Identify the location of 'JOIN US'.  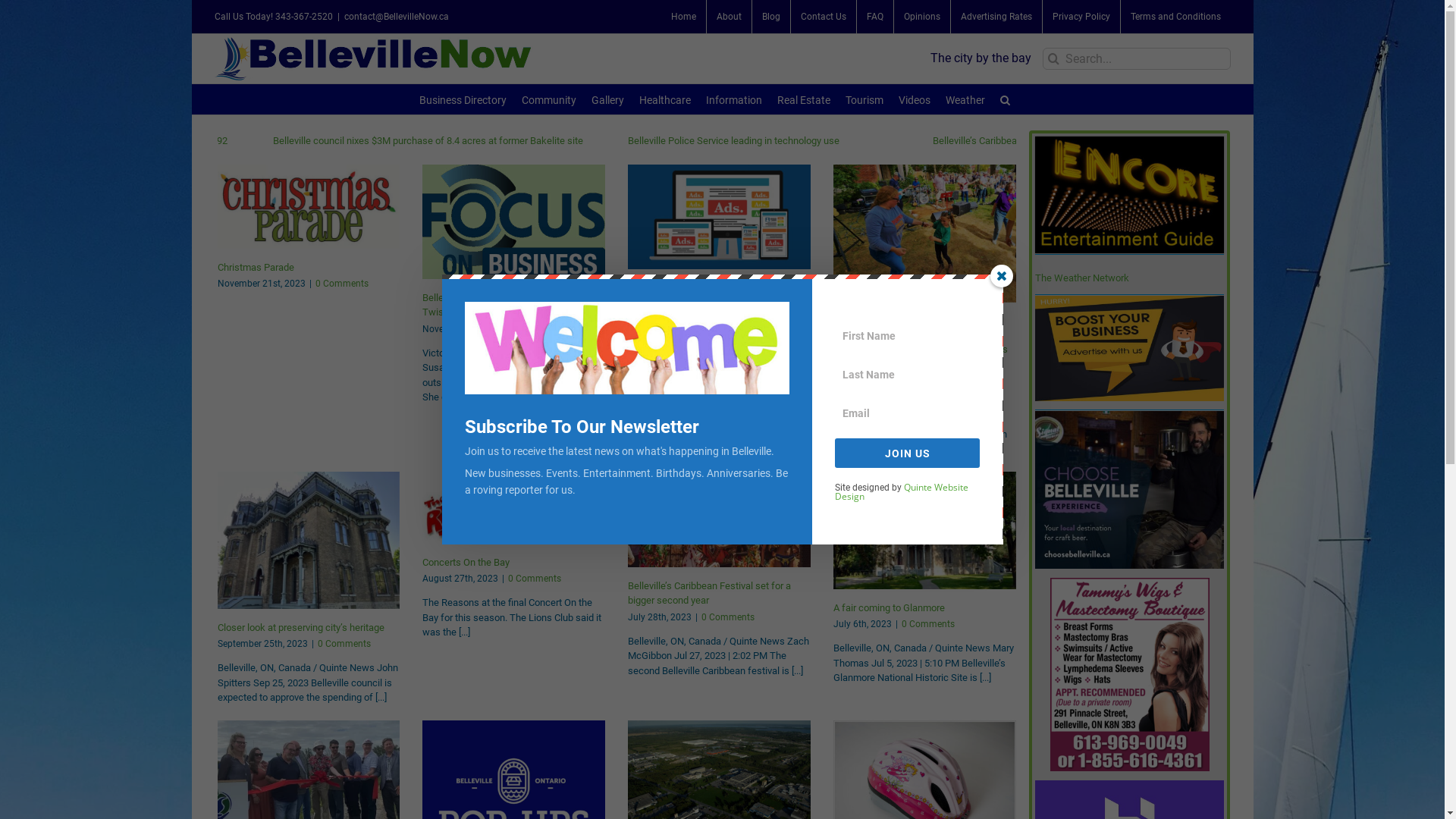
(907, 452).